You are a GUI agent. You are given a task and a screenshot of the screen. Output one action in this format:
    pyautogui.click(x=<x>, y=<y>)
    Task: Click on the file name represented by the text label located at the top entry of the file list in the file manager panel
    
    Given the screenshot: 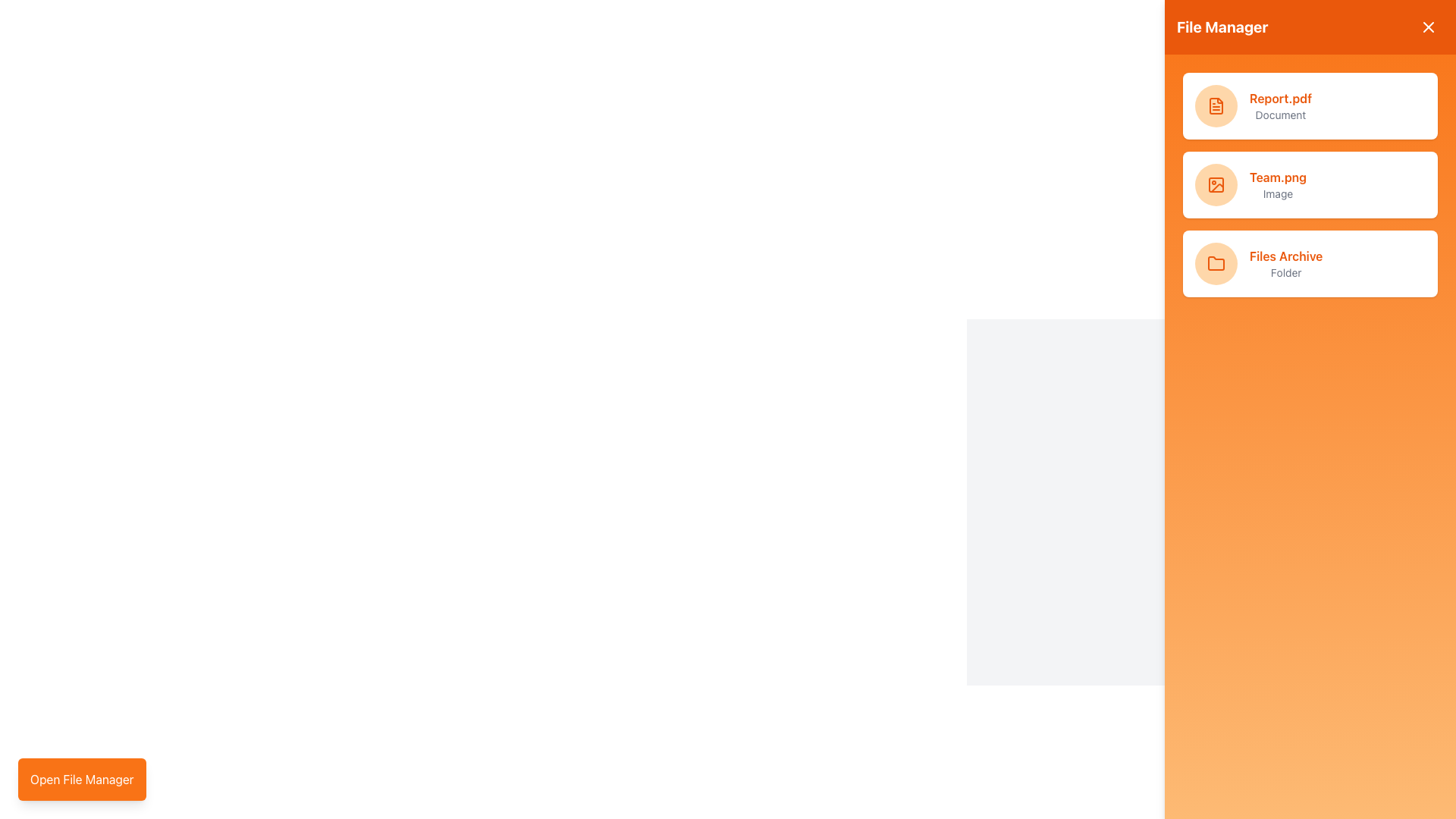 What is the action you would take?
    pyautogui.click(x=1280, y=99)
    